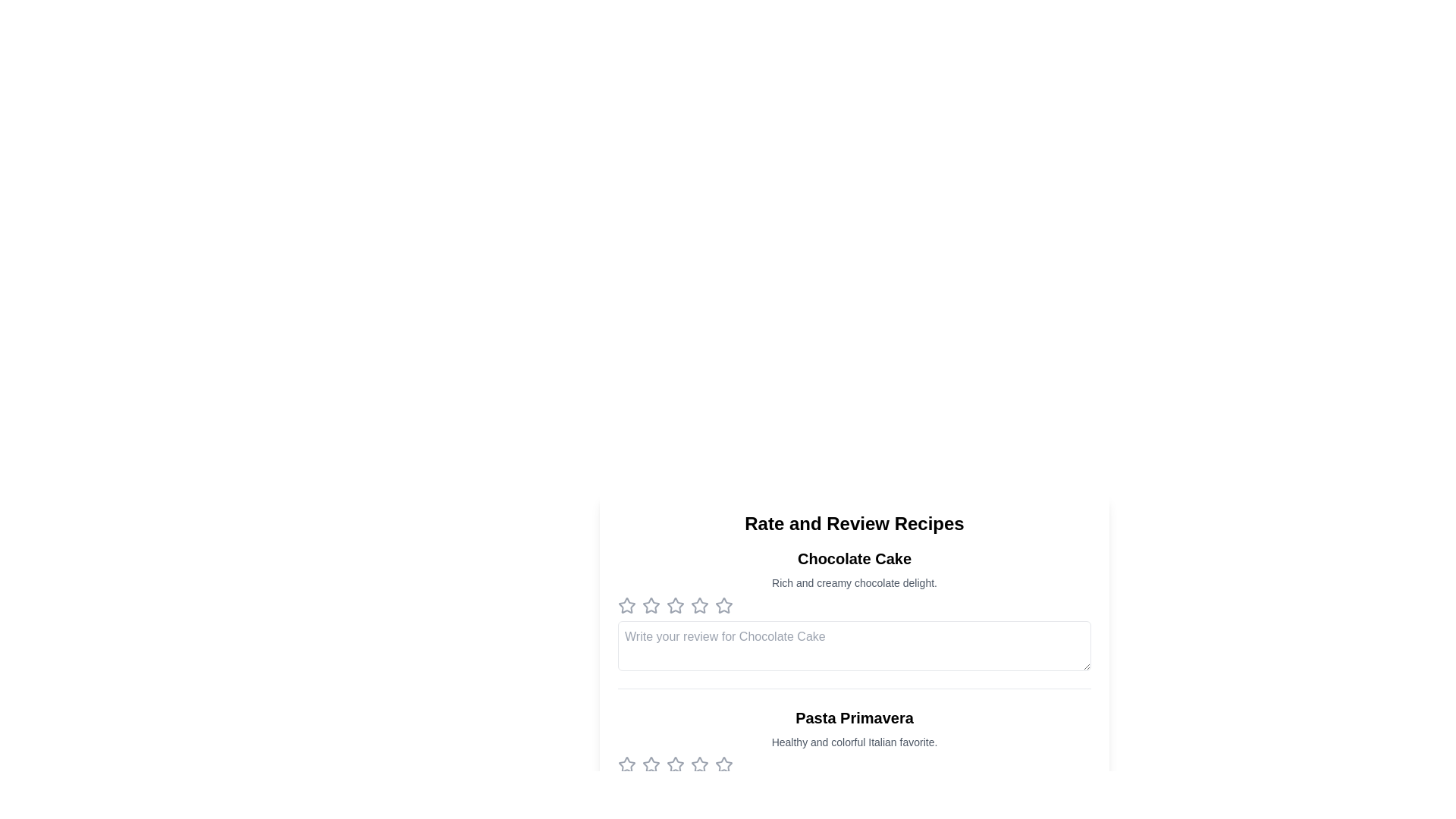 This screenshot has width=1456, height=819. Describe the element at coordinates (626, 764) in the screenshot. I see `the first interactive star icon in the rating system located beneath the 'Pasta Primavera' header` at that location.